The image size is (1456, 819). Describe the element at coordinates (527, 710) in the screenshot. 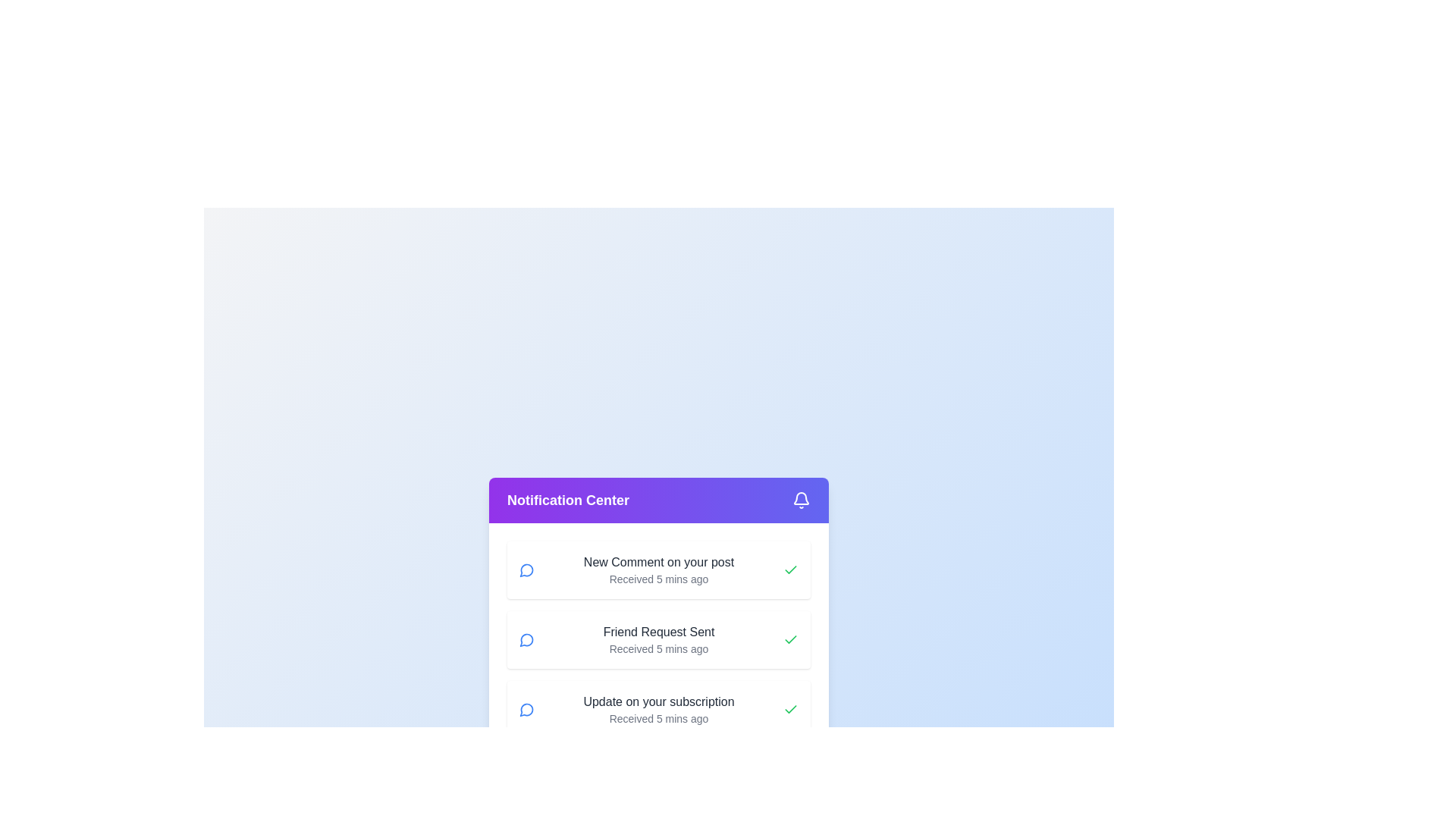

I see `the notification icon indicating a message or comment related to 'Update on your subscription', located in the third notification item from the top` at that location.